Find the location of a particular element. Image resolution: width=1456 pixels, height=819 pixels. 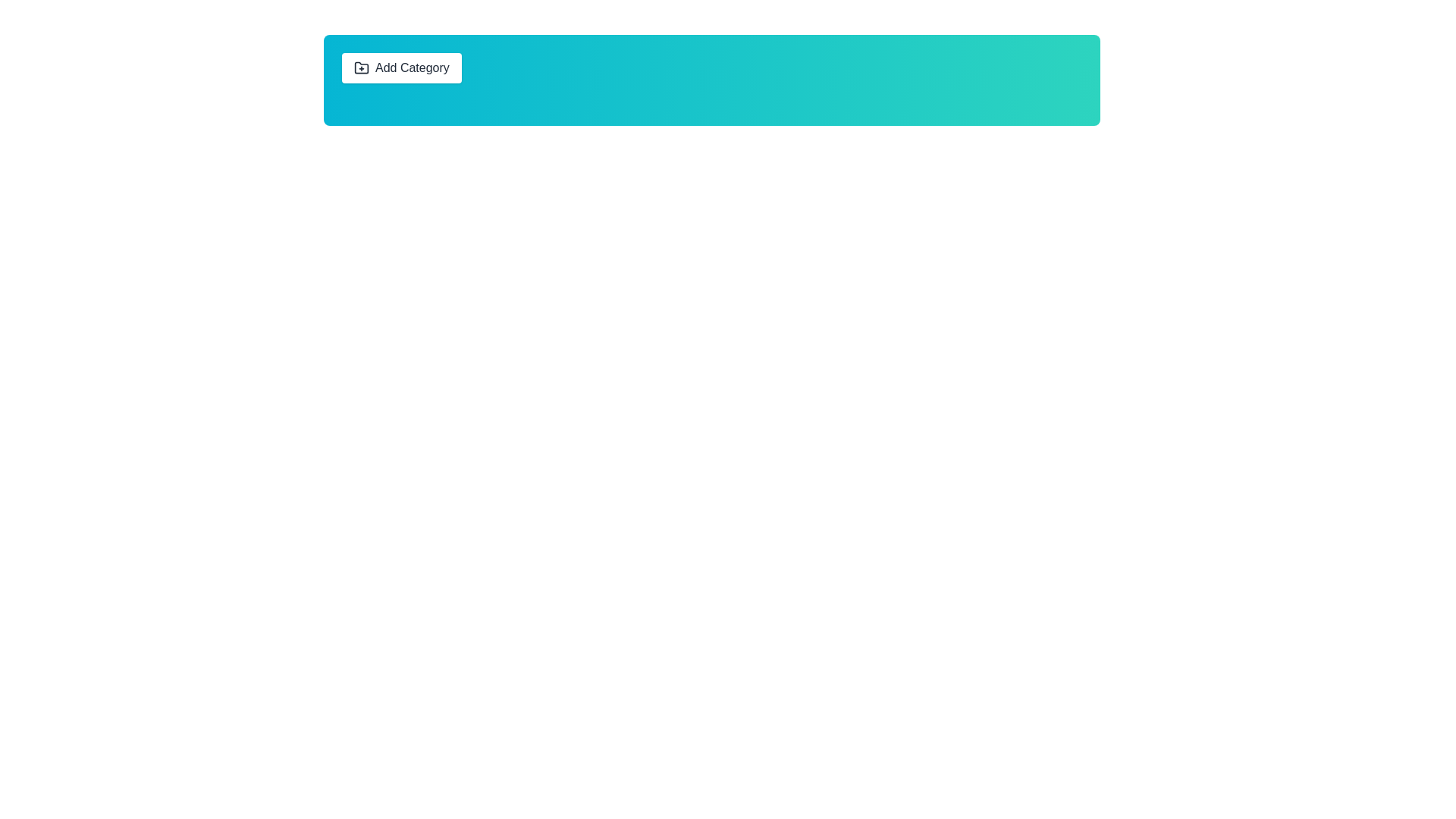

the folder-like icon with a '+' symbol located to the left of the 'Add Category' text is located at coordinates (360, 66).